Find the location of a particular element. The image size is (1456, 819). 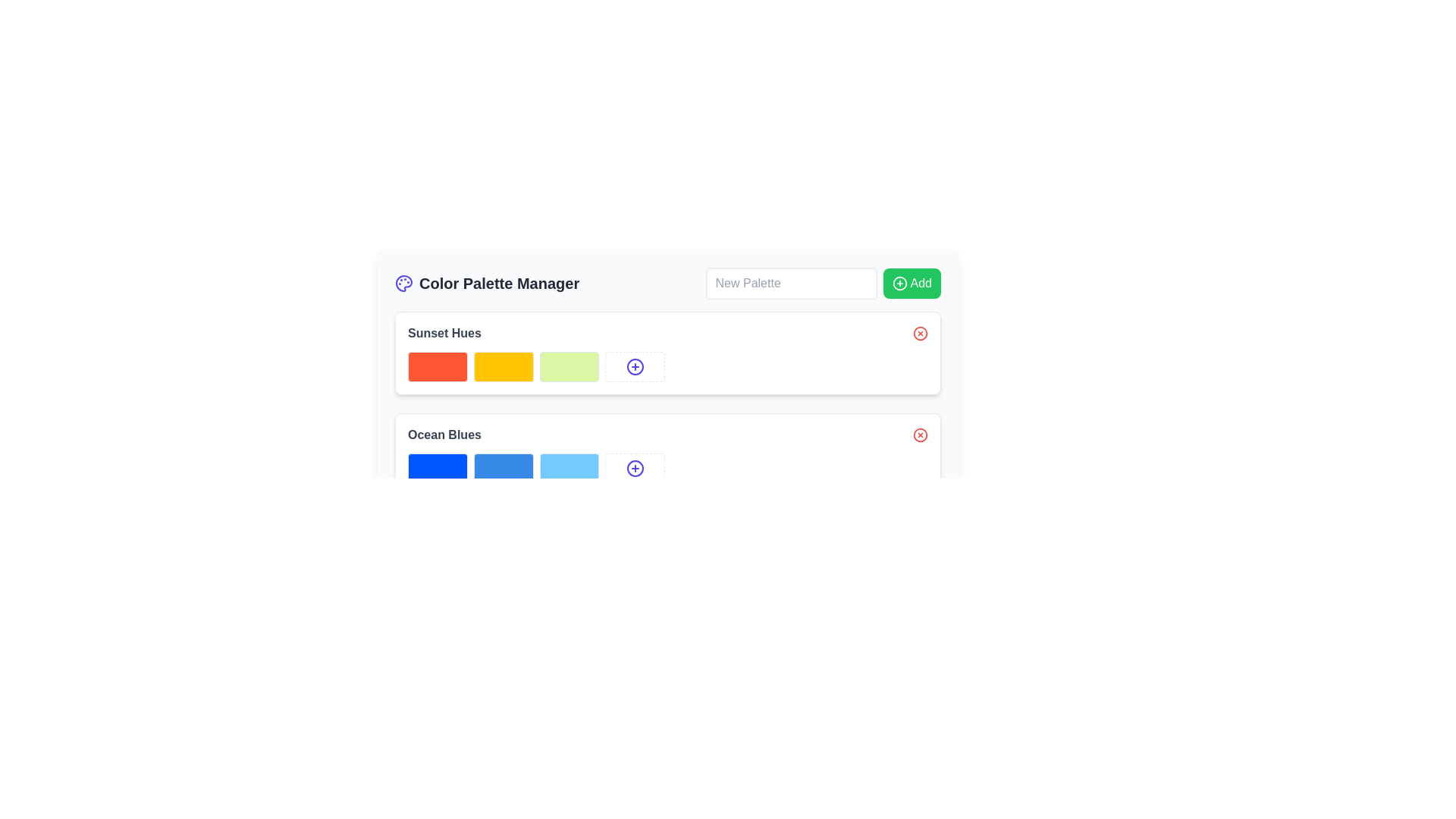

the vibrant red color swatch with a smooth rounded border in the 'Sunset Hues' group is located at coordinates (437, 366).